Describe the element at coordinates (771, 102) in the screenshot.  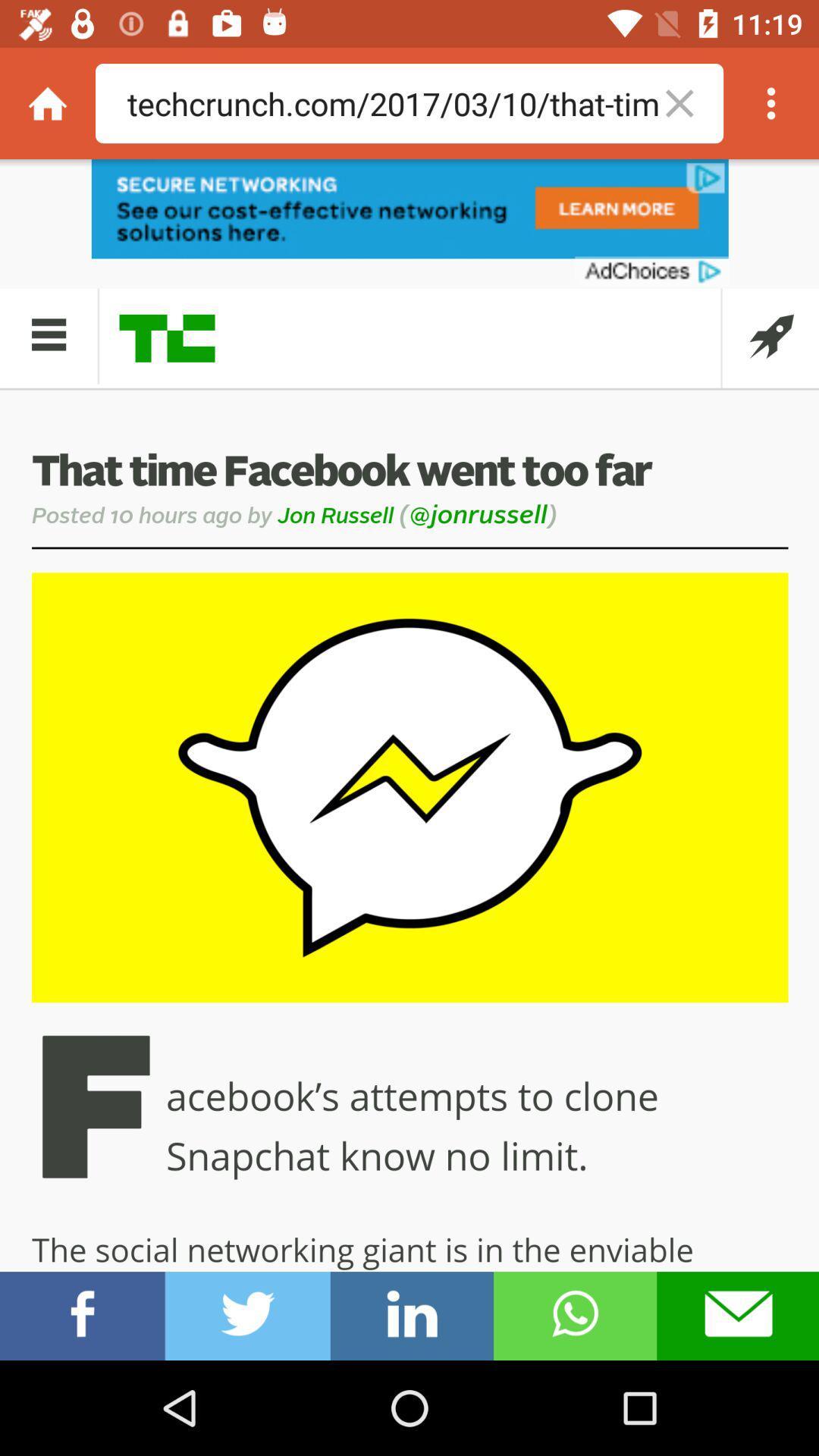
I see `browser settings` at that location.